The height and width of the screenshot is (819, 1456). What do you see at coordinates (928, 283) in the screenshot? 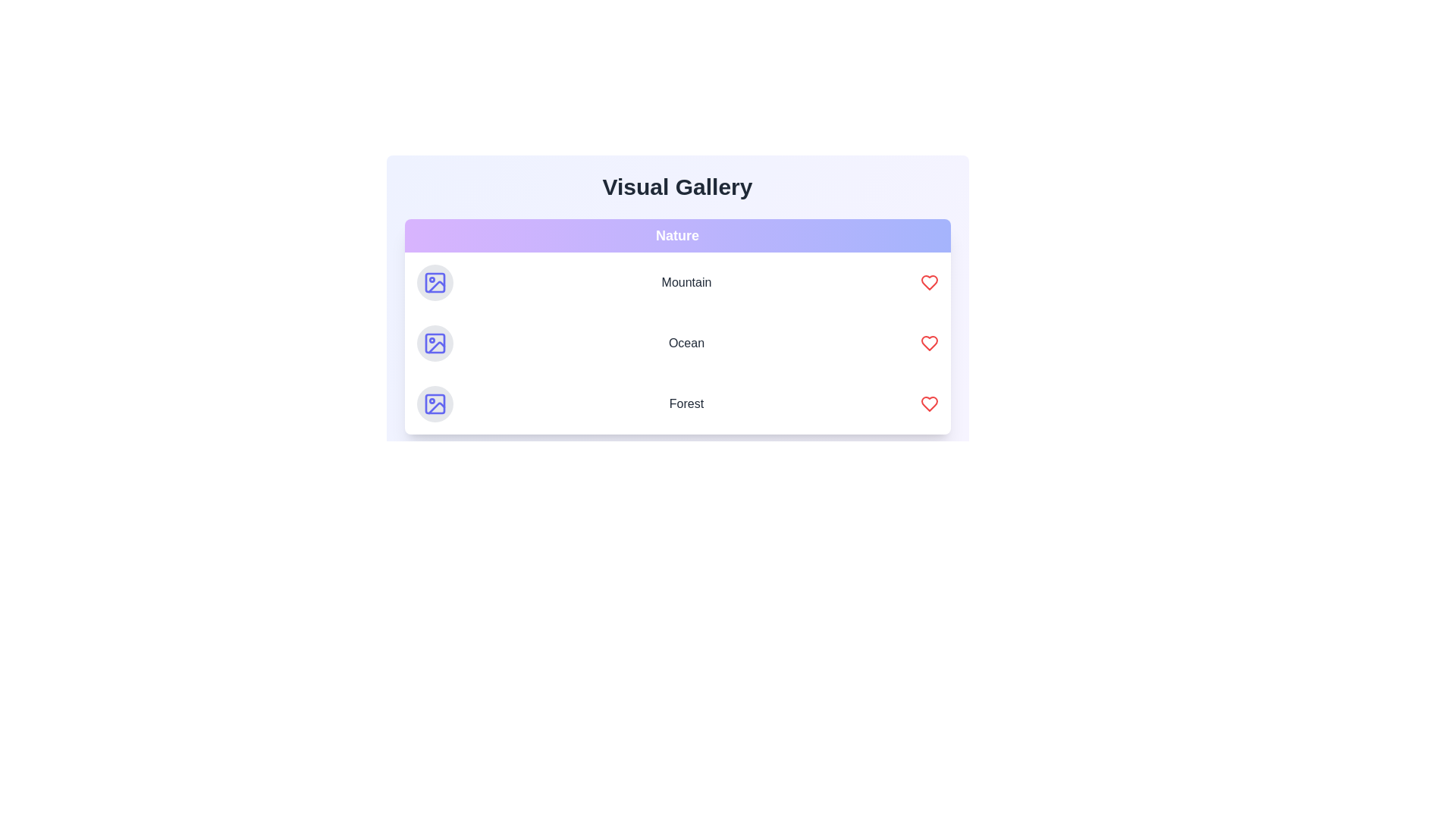
I see `the heart icon corresponding to the Mountain to favorite it` at bounding box center [928, 283].